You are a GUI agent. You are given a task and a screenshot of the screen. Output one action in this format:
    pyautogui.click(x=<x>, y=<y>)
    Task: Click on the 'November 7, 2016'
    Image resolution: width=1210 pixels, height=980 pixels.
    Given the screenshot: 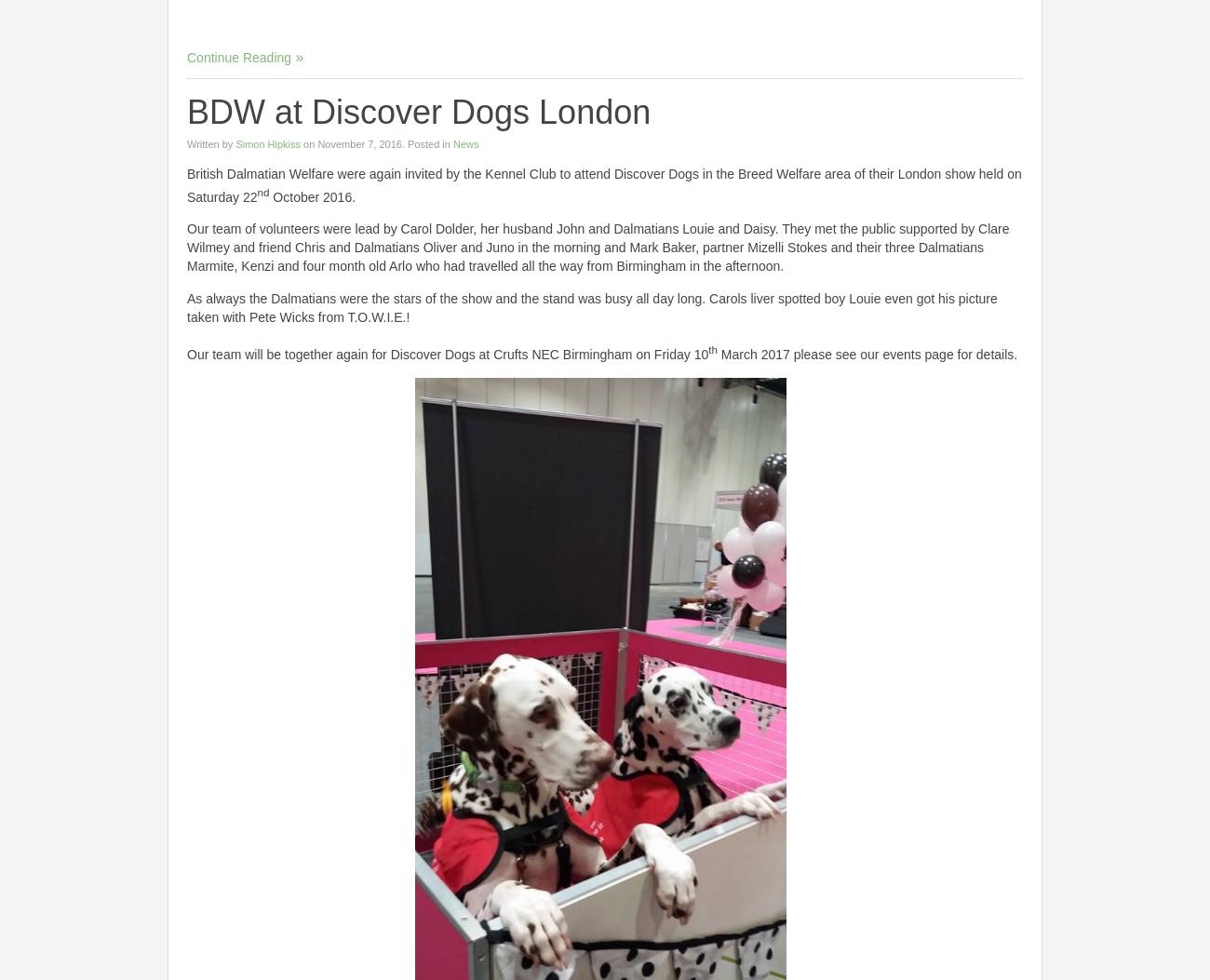 What is the action you would take?
    pyautogui.click(x=358, y=141)
    